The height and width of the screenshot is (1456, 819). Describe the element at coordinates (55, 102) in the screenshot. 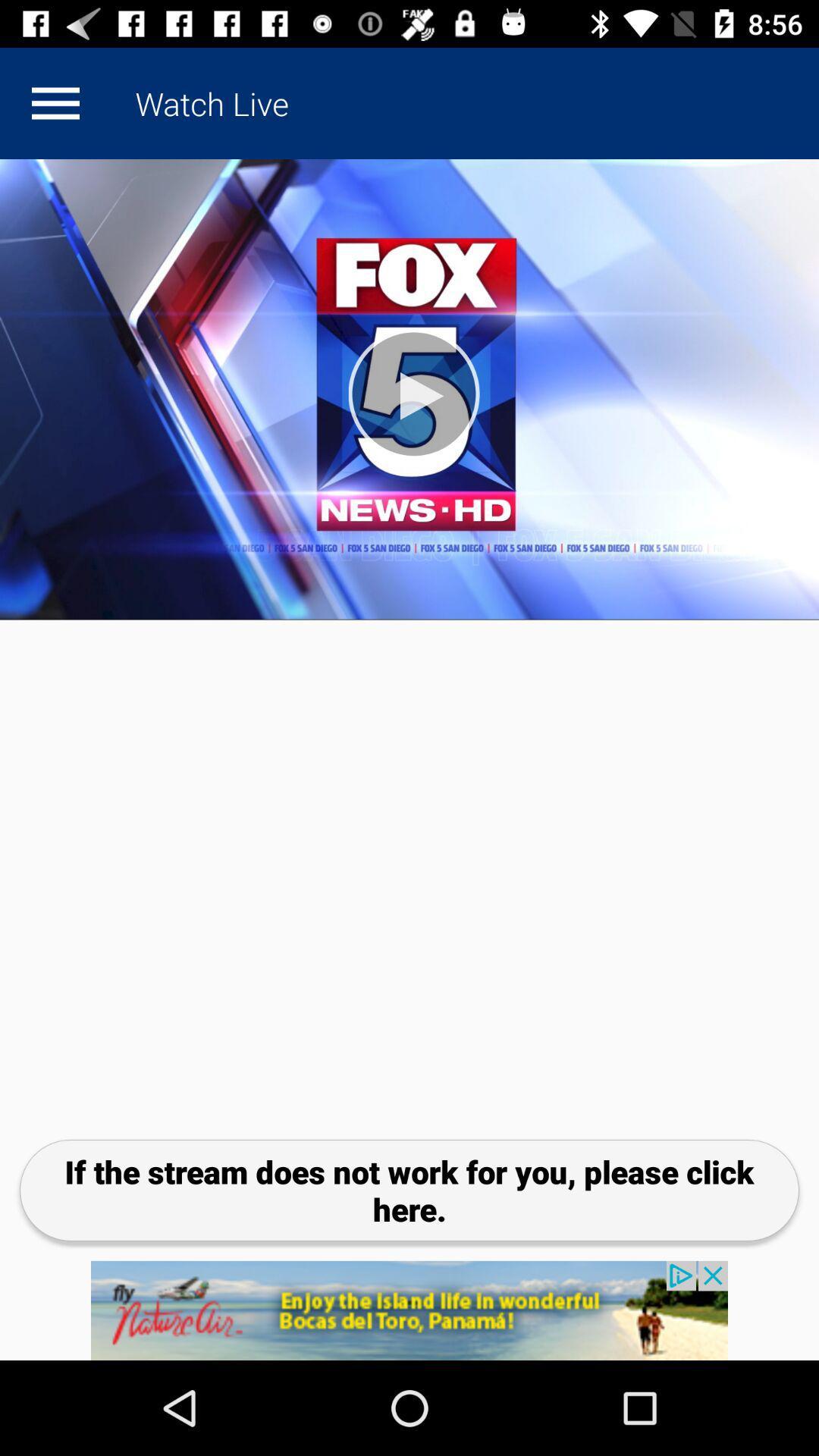

I see `main meanu` at that location.